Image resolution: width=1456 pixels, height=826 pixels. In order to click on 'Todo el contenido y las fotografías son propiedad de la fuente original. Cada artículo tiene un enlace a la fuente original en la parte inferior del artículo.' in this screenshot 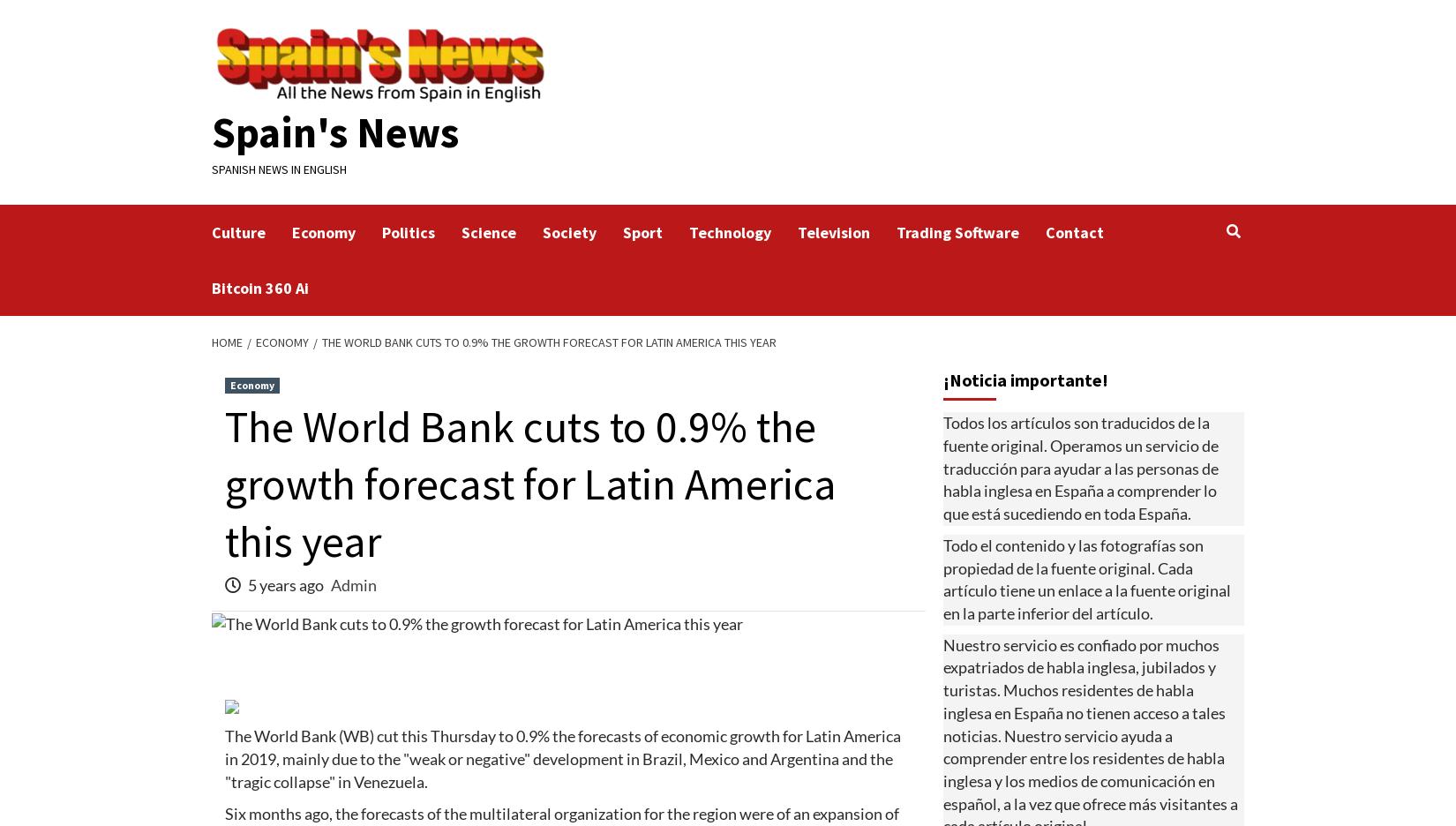, I will do `click(1087, 578)`.